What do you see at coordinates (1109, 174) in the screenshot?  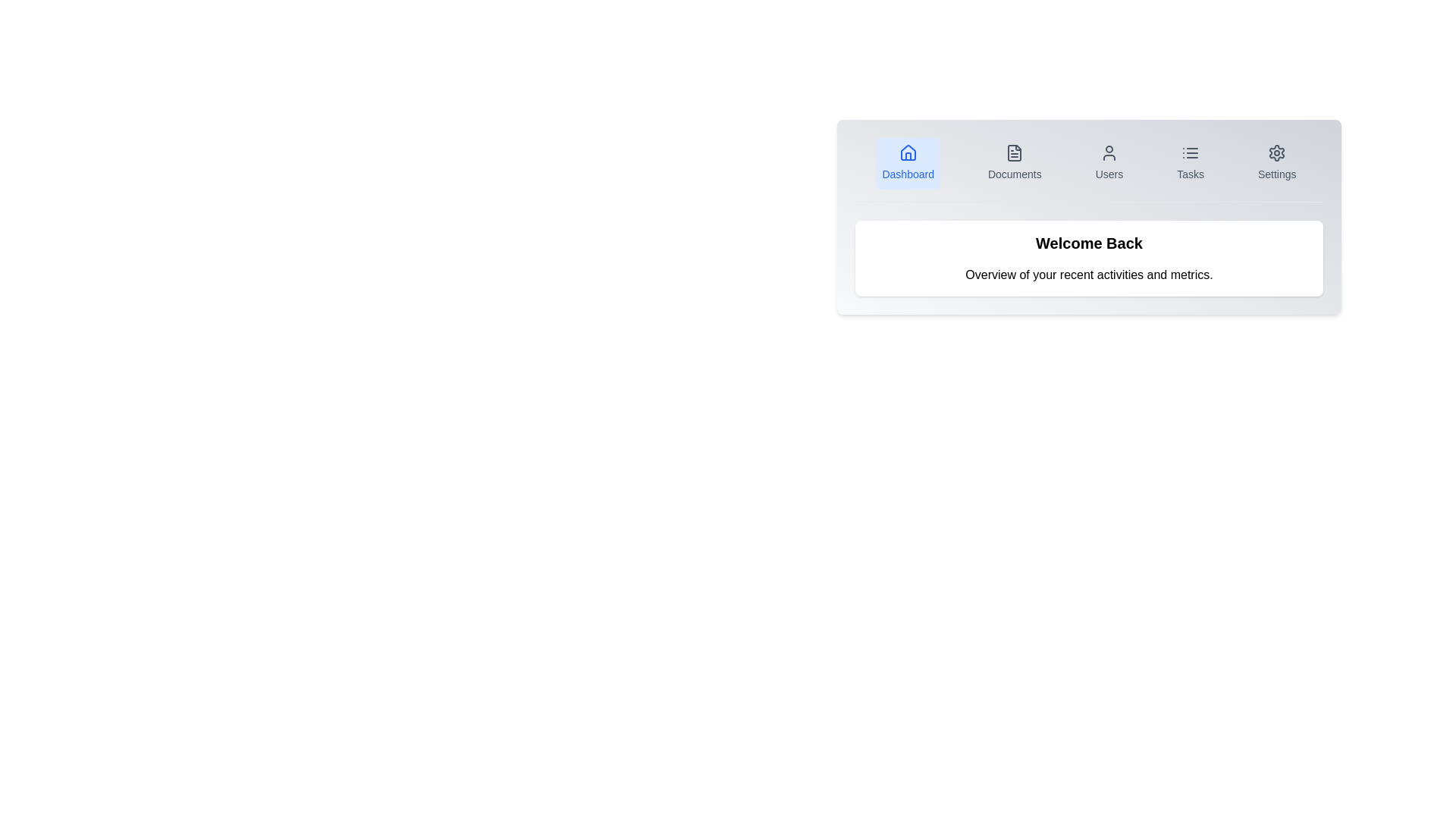 I see `the 'Users' text label located in the third navigation option of the horizontal navigation bar, which serves as a label for the user management section` at bounding box center [1109, 174].